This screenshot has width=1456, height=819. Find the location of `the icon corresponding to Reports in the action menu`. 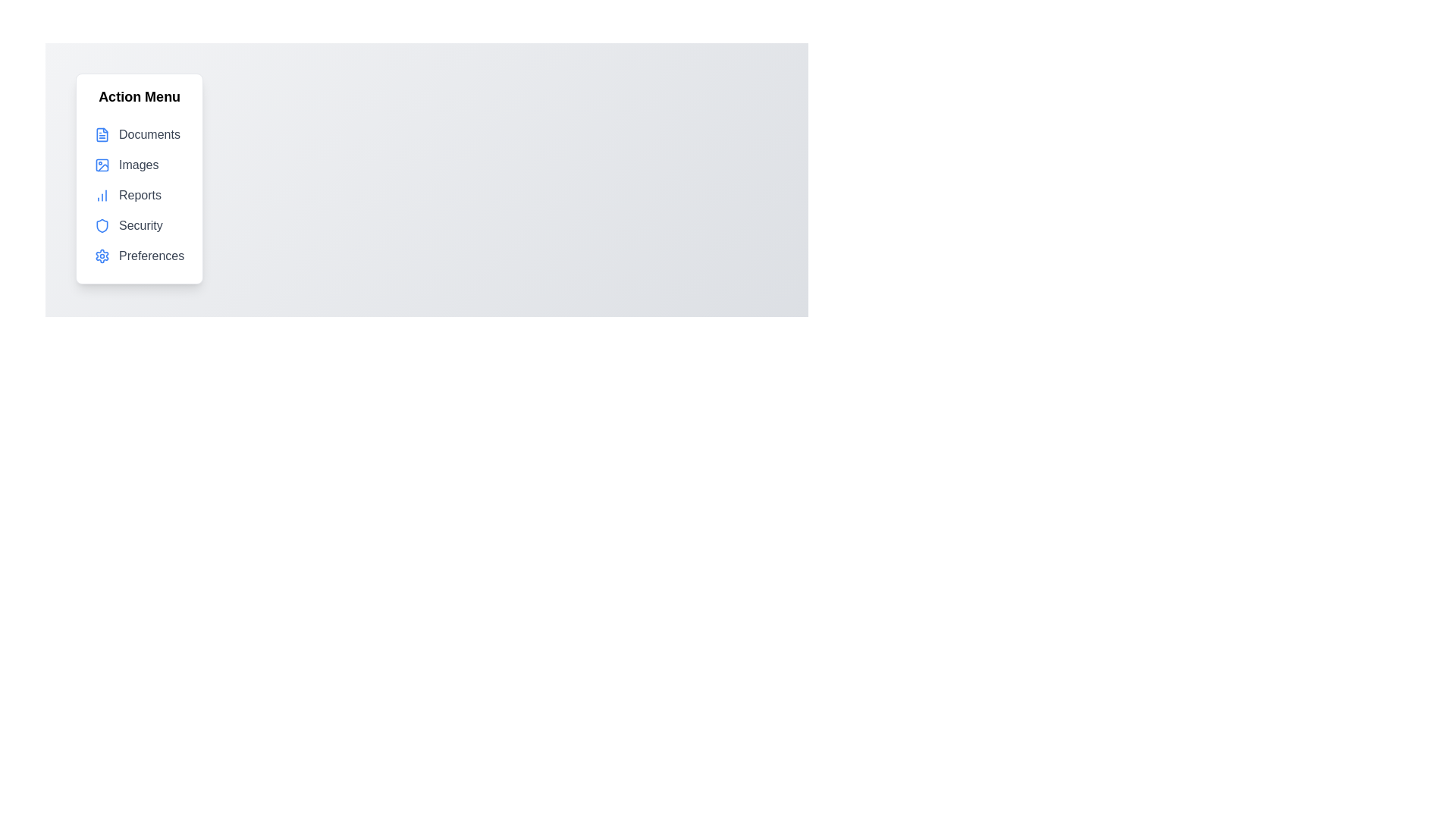

the icon corresponding to Reports in the action menu is located at coordinates (101, 195).